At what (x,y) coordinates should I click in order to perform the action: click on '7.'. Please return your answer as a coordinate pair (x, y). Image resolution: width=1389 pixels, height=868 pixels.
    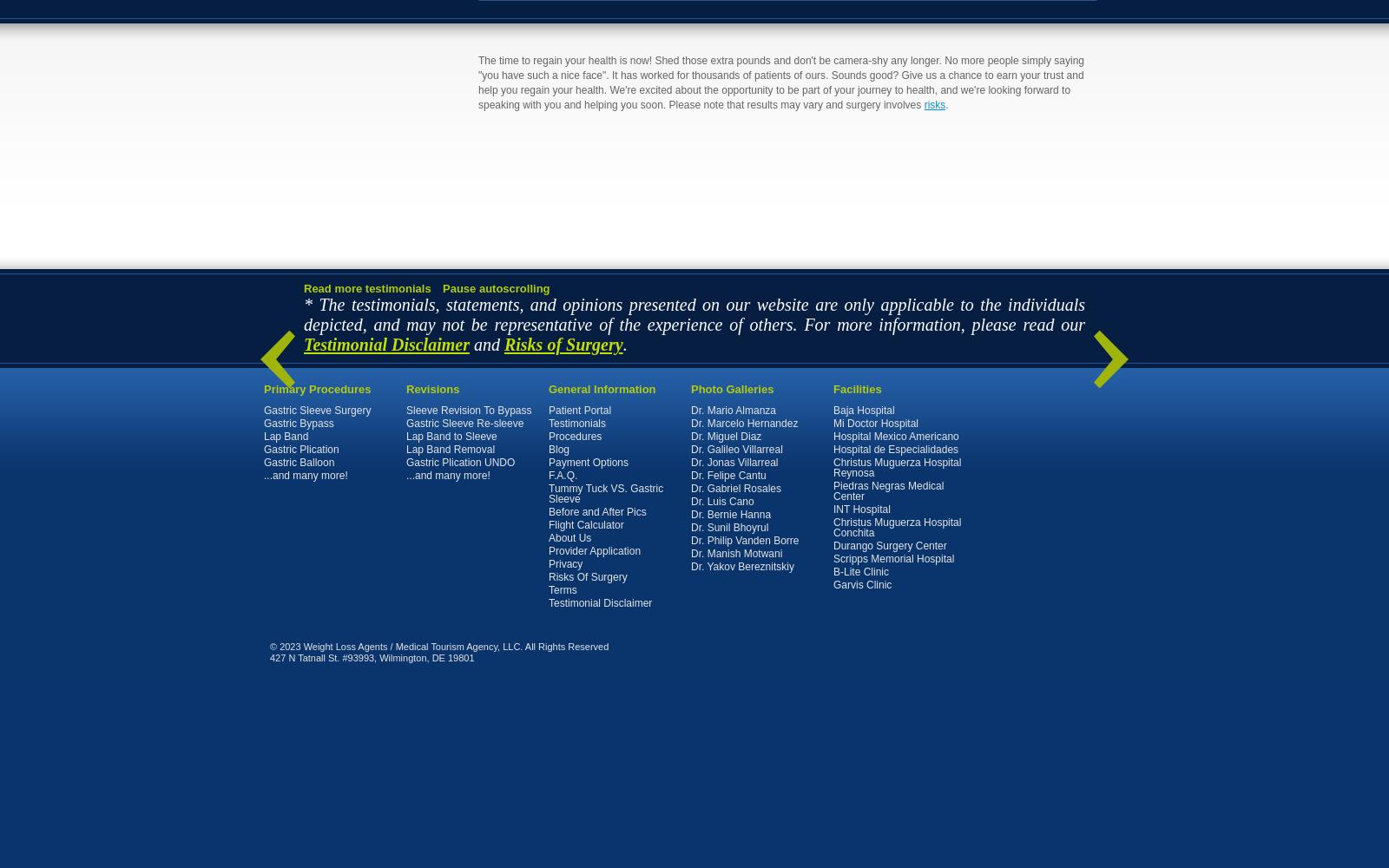
    Looking at the image, I should click on (284, 312).